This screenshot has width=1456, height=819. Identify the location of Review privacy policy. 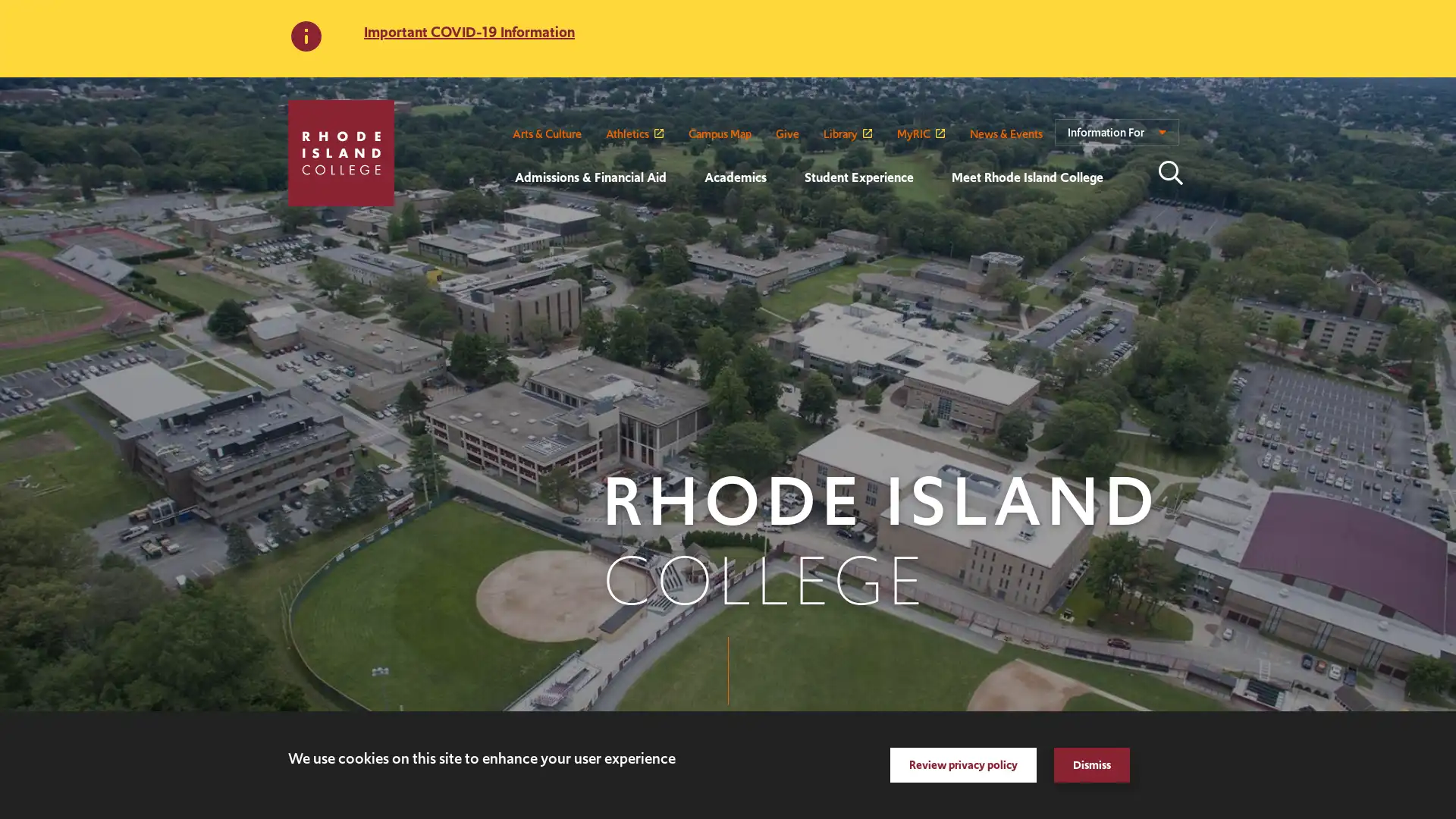
(962, 765).